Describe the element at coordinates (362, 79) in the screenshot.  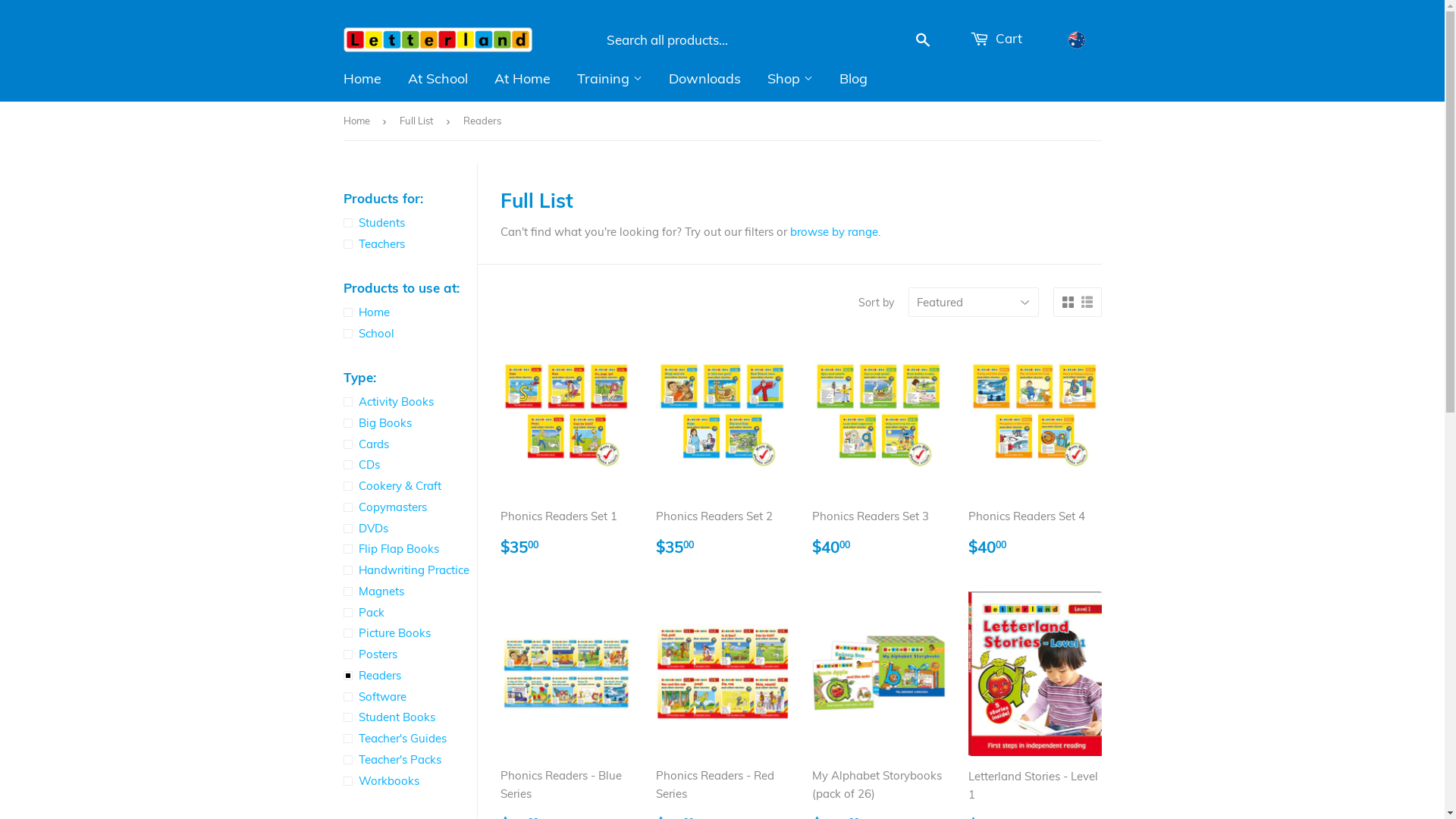
I see `'Home'` at that location.